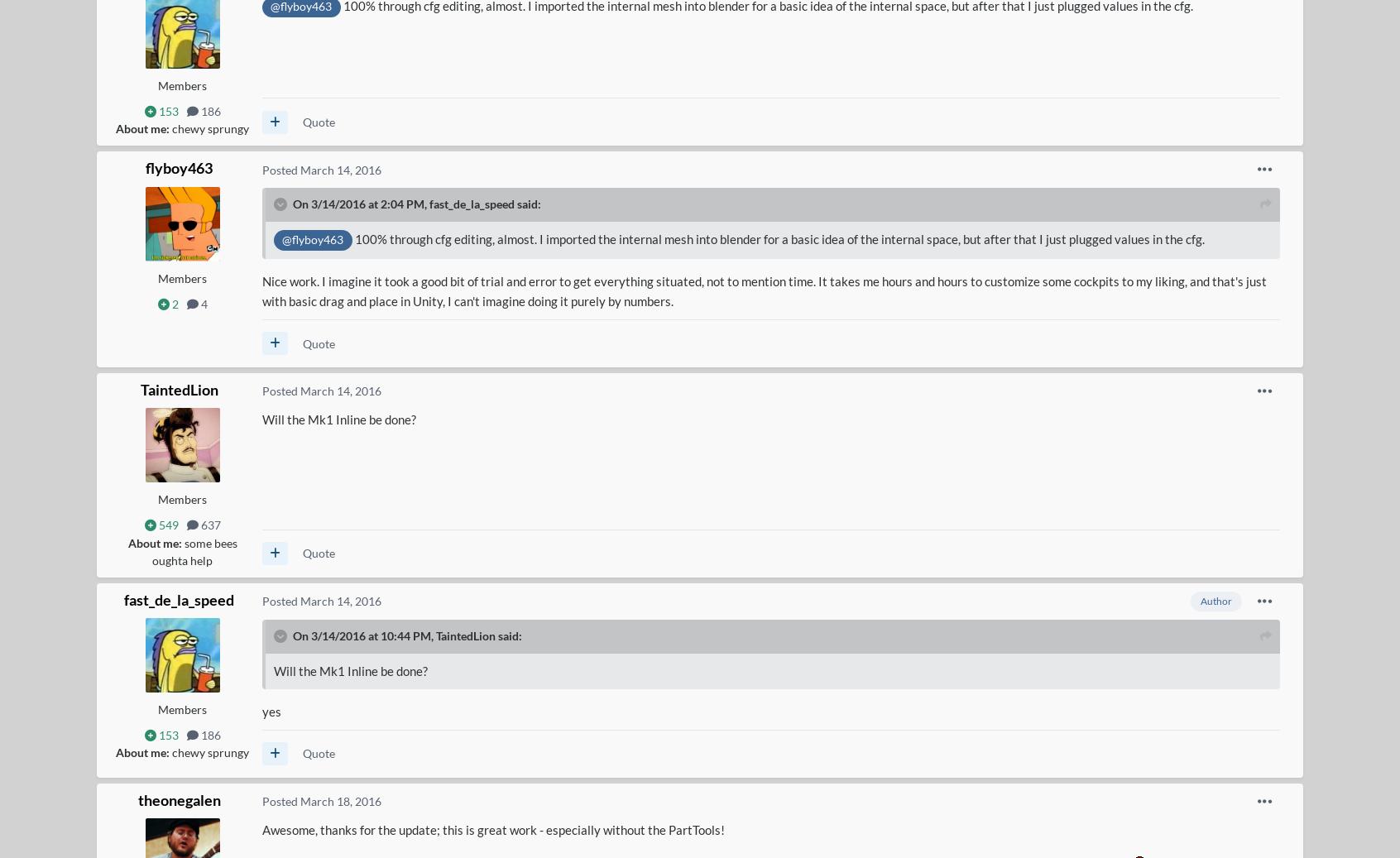 This screenshot has height=858, width=1400. Describe the element at coordinates (144, 167) in the screenshot. I see `'flyboy463'` at that location.